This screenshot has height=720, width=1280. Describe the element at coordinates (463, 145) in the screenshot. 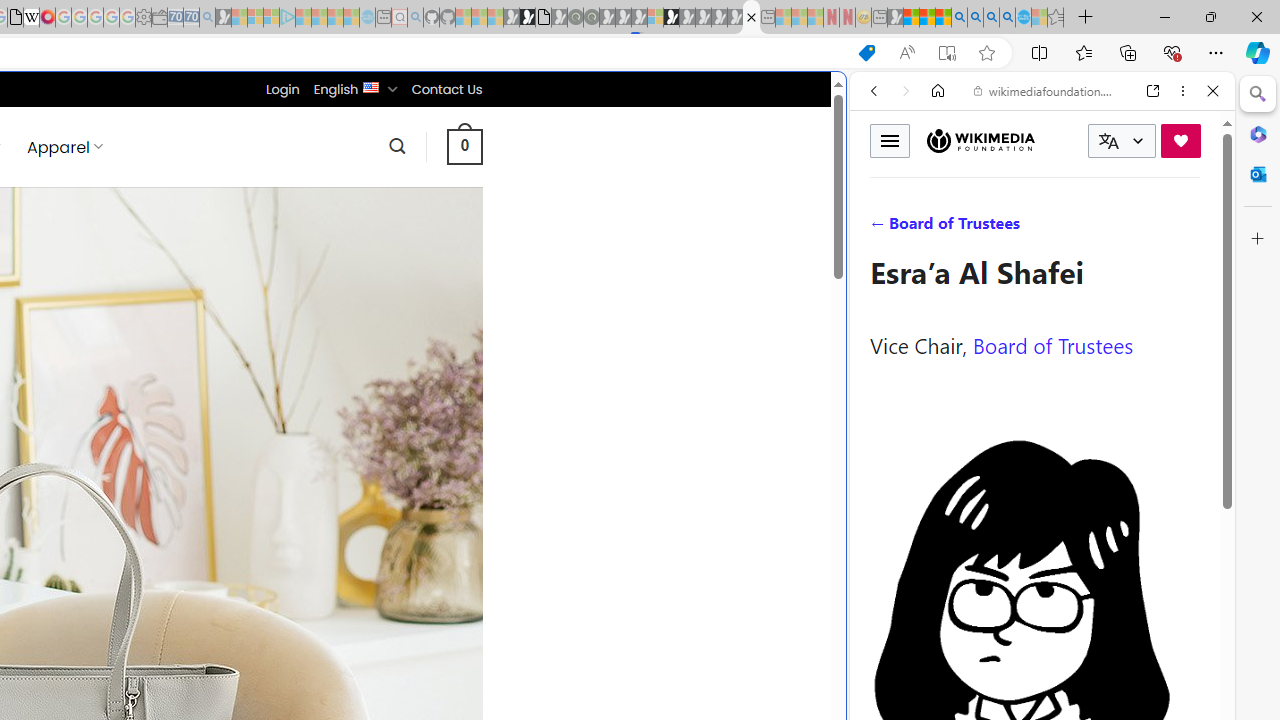

I see `'  0  '` at that location.